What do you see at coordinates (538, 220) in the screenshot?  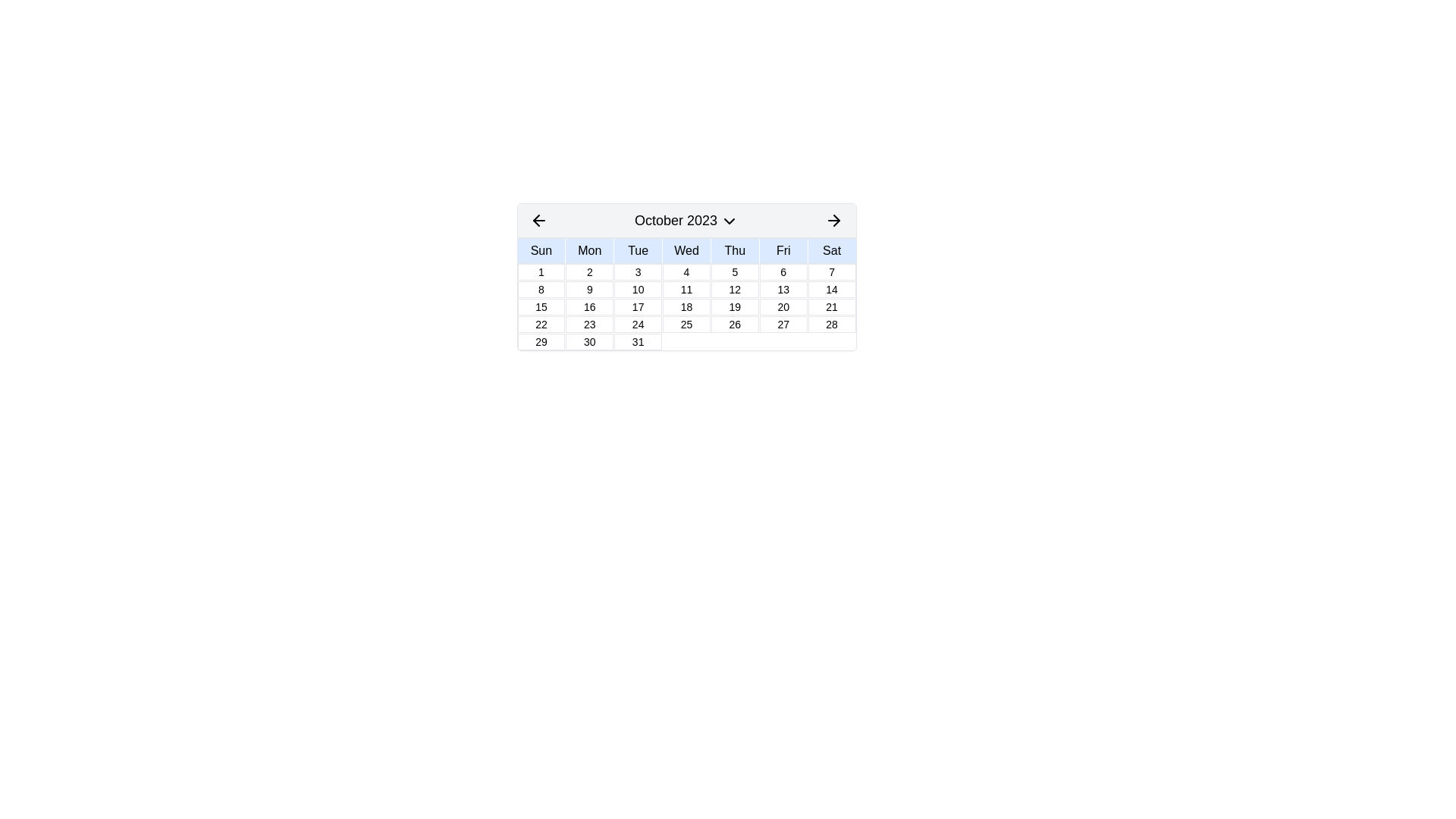 I see `the navigational control icon located at the top-left corner of the calendar header, which allows the user to move back to the previous month` at bounding box center [538, 220].